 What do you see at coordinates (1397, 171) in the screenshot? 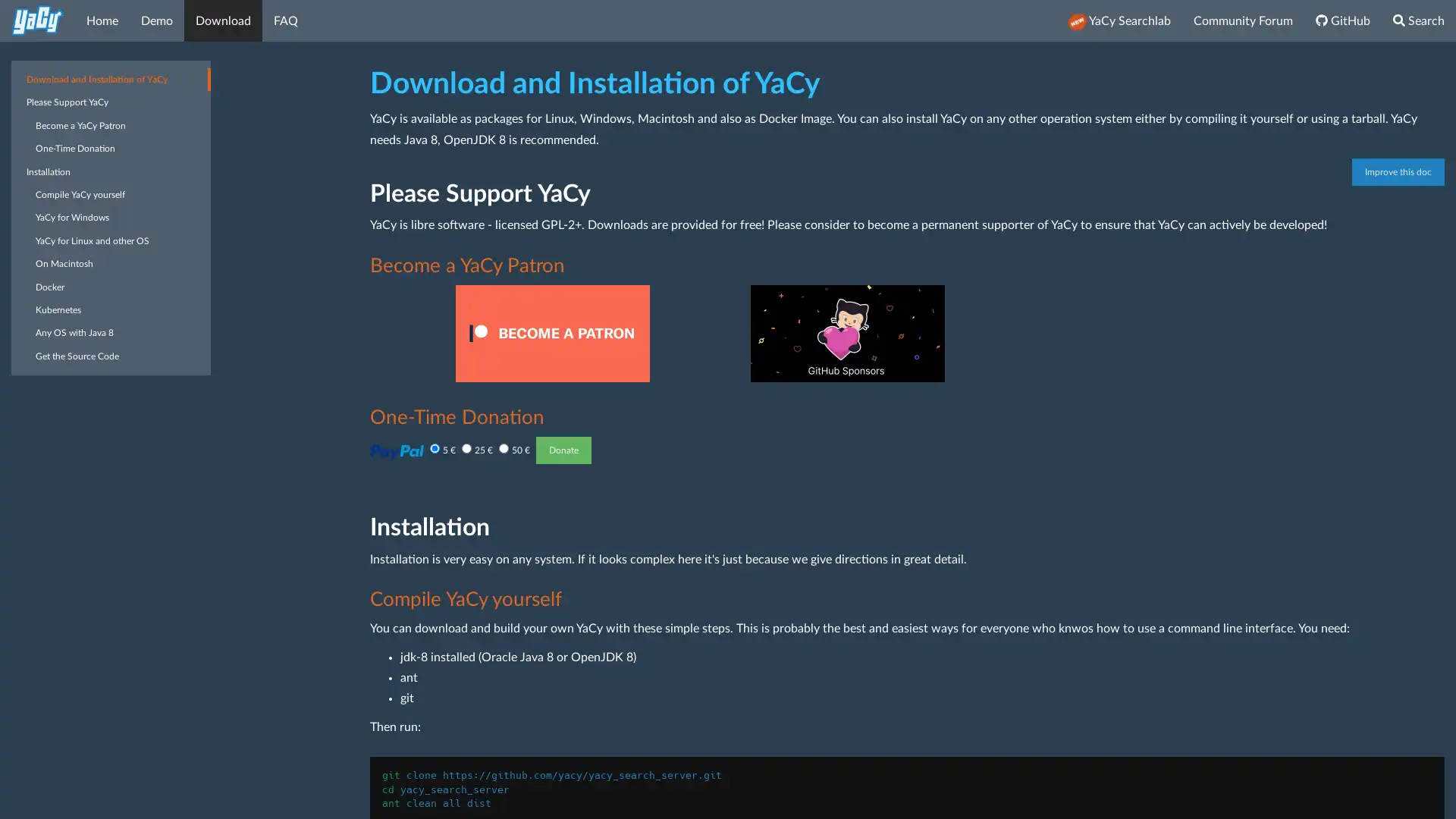
I see `Improve this doc` at bounding box center [1397, 171].